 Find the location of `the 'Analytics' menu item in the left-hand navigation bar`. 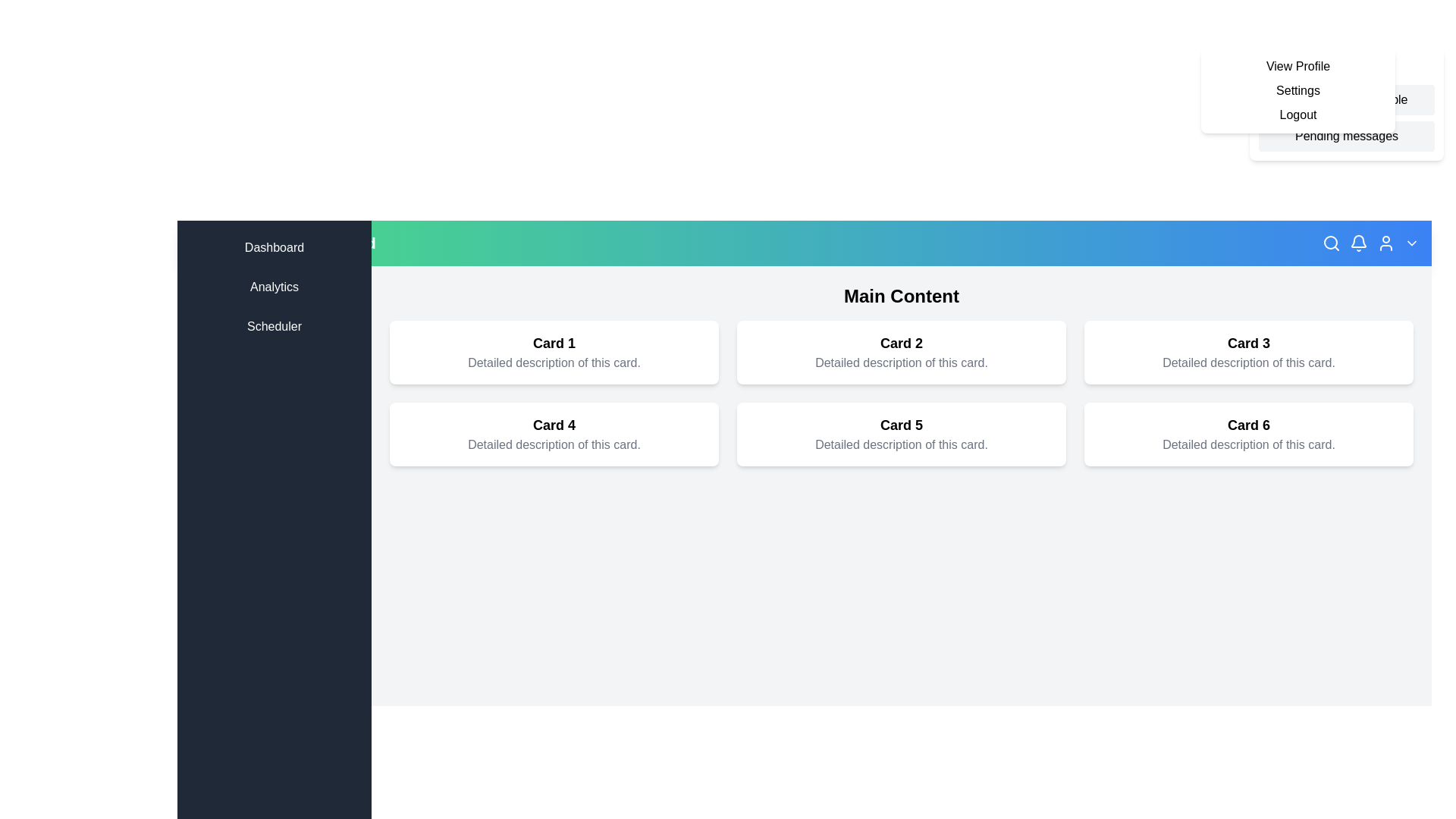

the 'Analytics' menu item in the left-hand navigation bar is located at coordinates (274, 287).